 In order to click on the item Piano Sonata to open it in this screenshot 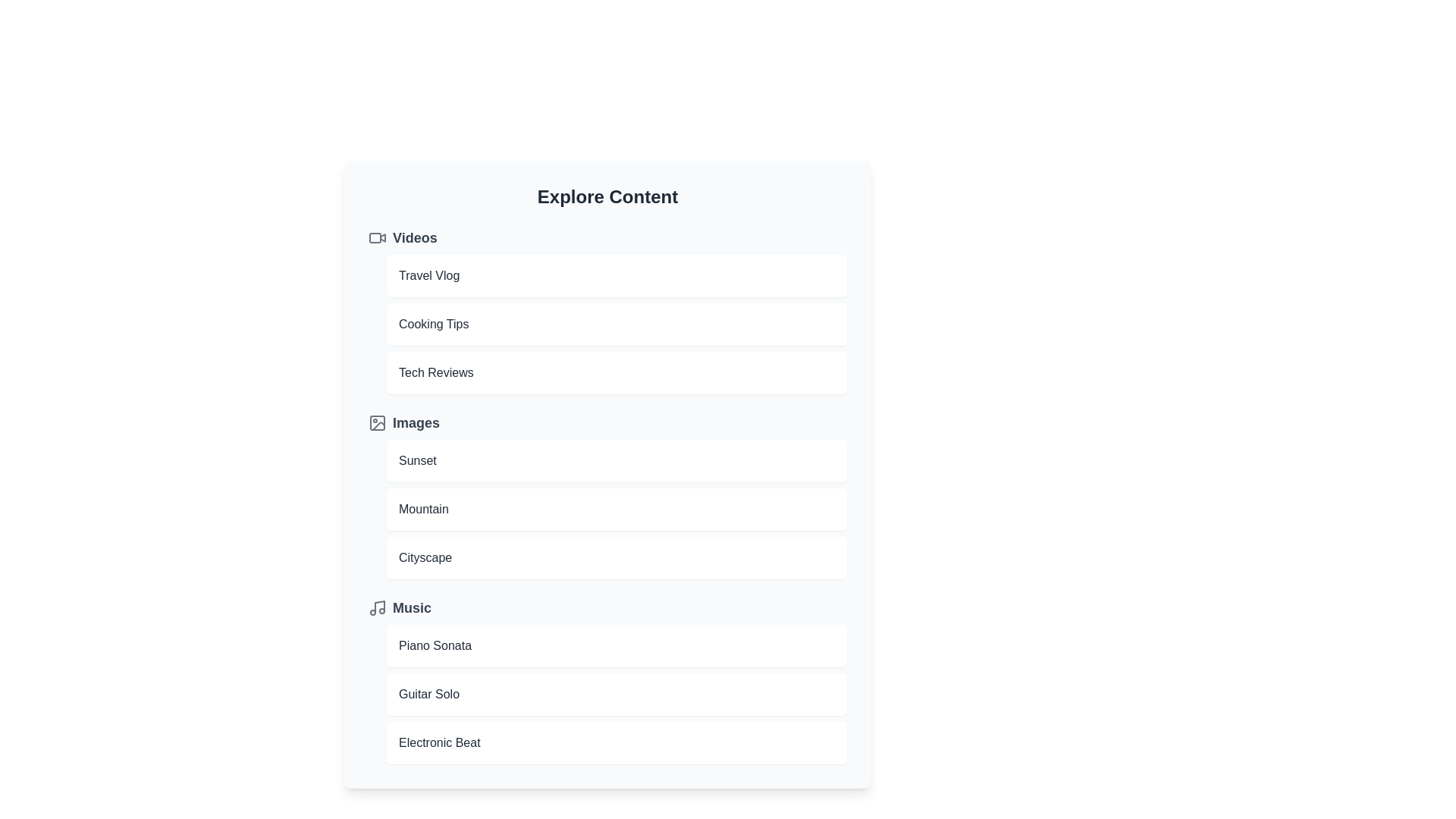, I will do `click(617, 646)`.